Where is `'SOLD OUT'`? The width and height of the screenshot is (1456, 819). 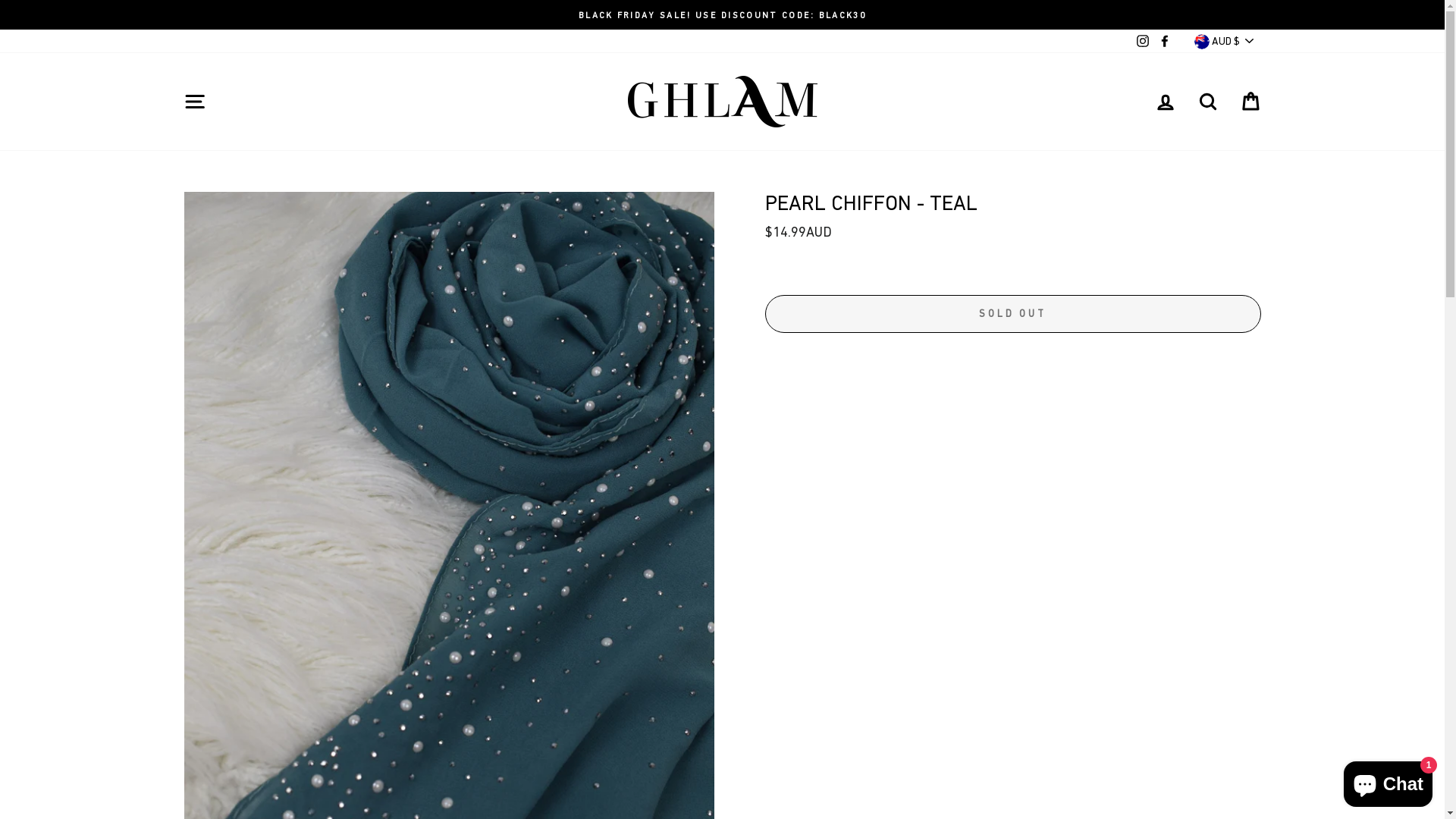
'SOLD OUT' is located at coordinates (1012, 312).